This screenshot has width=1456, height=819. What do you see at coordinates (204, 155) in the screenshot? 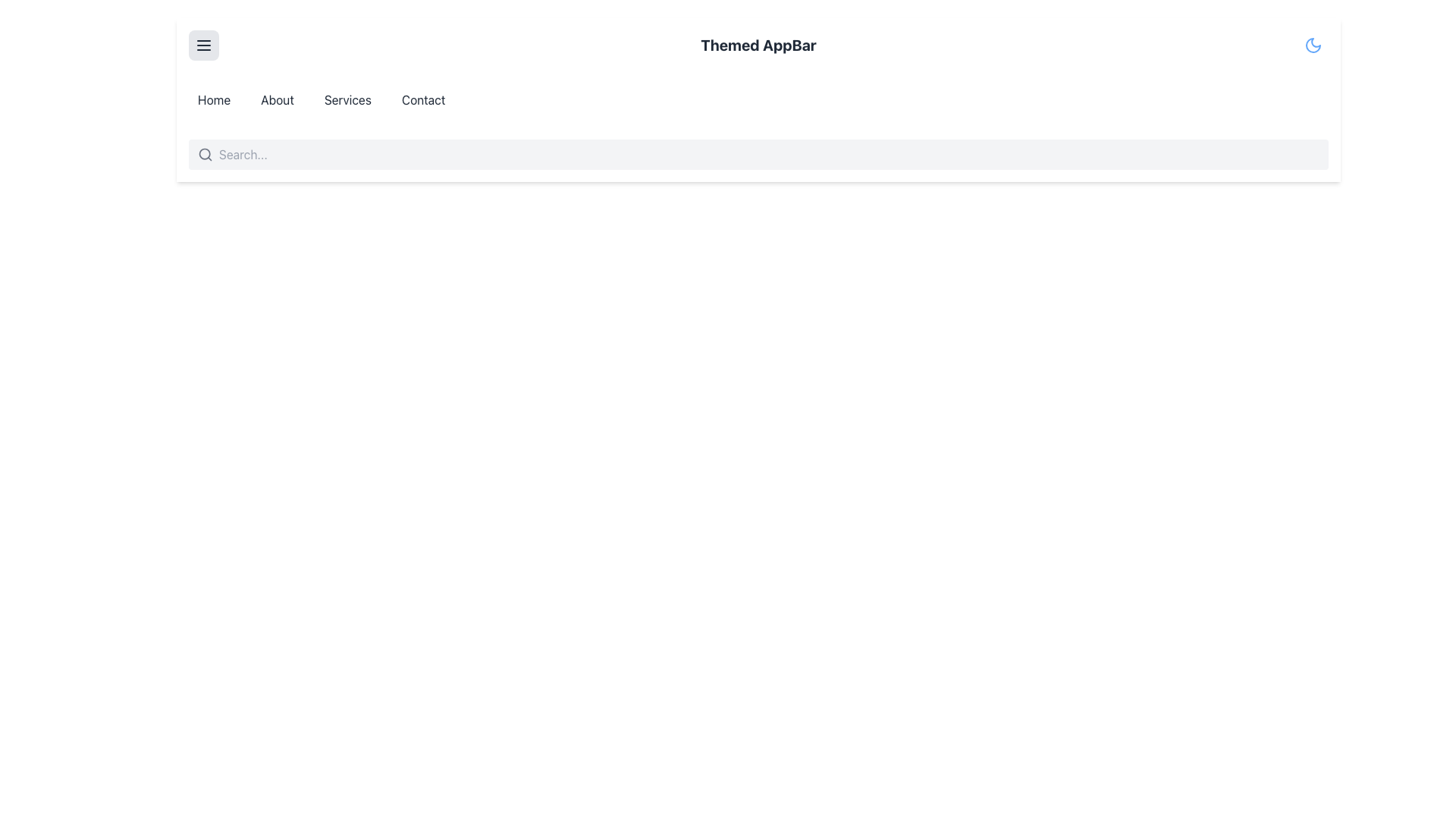
I see `the magnifying glass icon, which is a circular icon with a white background and gray outline, located on the left side of the search input field` at bounding box center [204, 155].